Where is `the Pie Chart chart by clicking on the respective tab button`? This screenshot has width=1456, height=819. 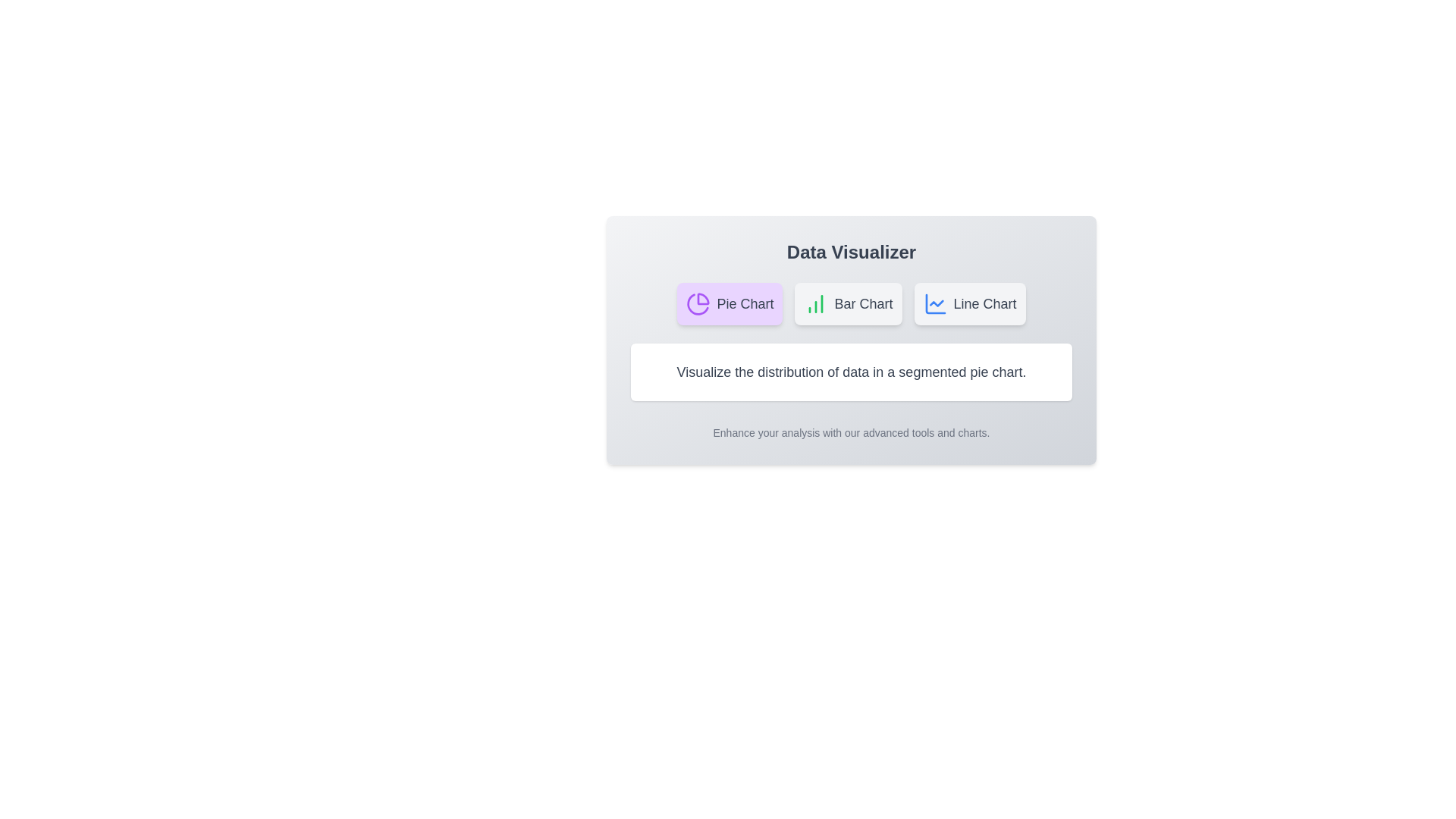 the Pie Chart chart by clicking on the respective tab button is located at coordinates (730, 304).